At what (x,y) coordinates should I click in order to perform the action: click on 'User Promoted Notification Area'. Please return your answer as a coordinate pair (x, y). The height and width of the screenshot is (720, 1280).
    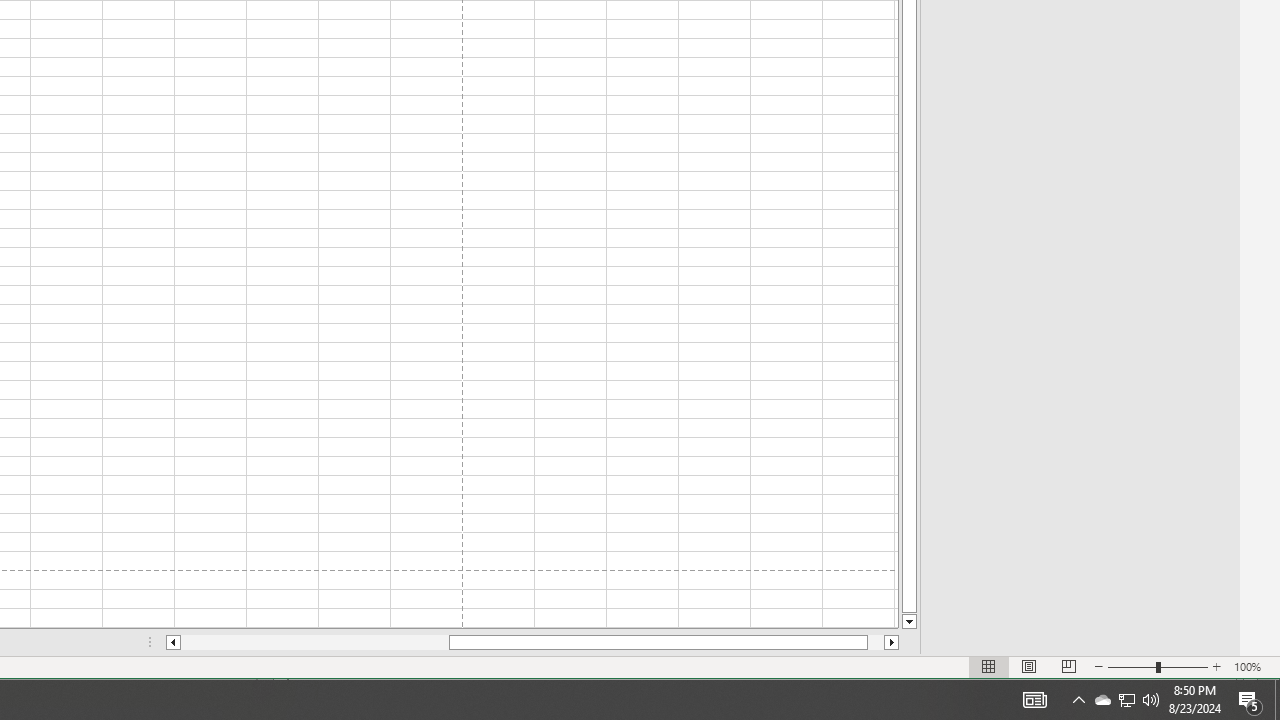
    Looking at the image, I should click on (1127, 698).